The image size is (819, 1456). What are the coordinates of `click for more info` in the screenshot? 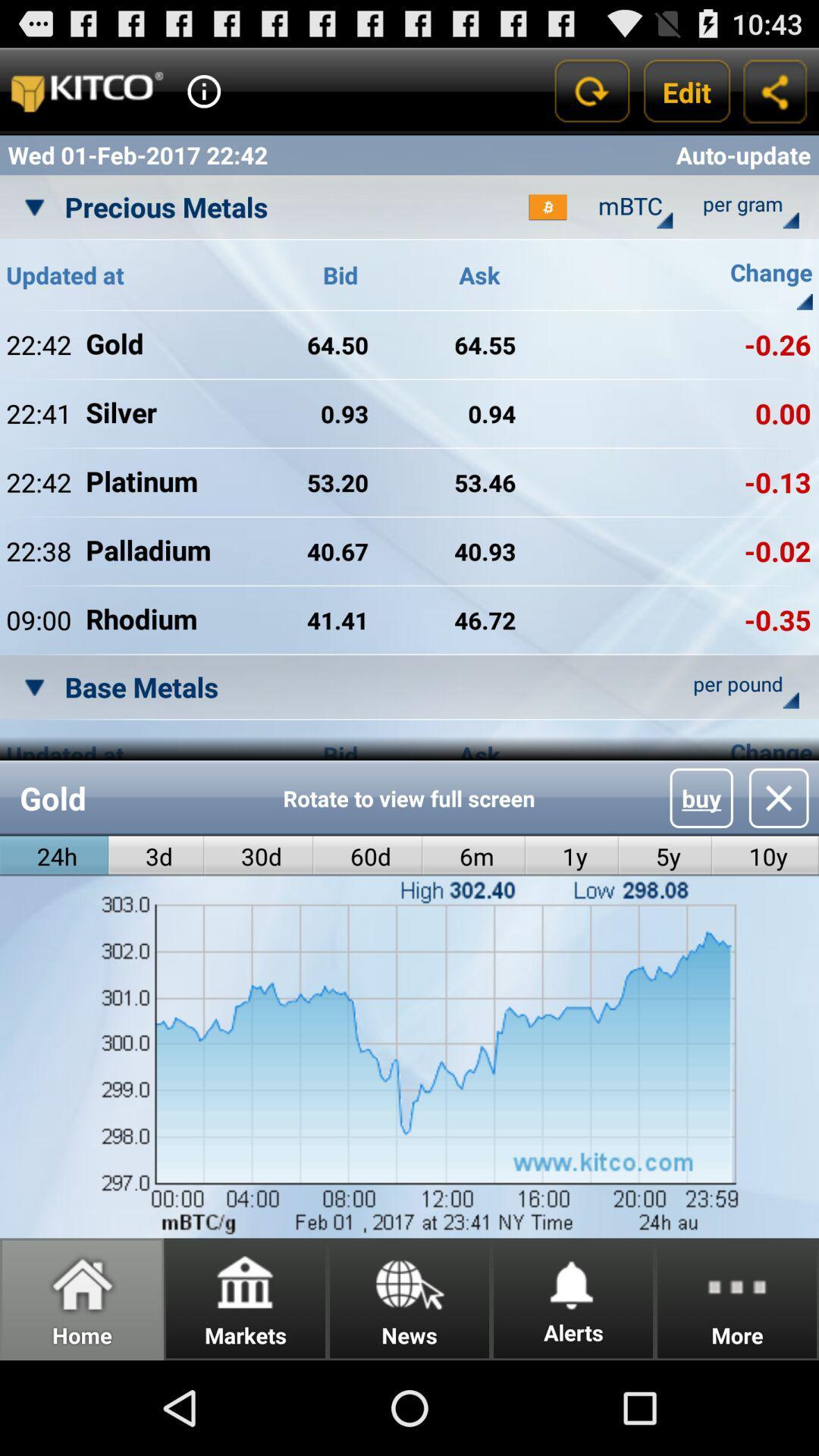 It's located at (203, 90).